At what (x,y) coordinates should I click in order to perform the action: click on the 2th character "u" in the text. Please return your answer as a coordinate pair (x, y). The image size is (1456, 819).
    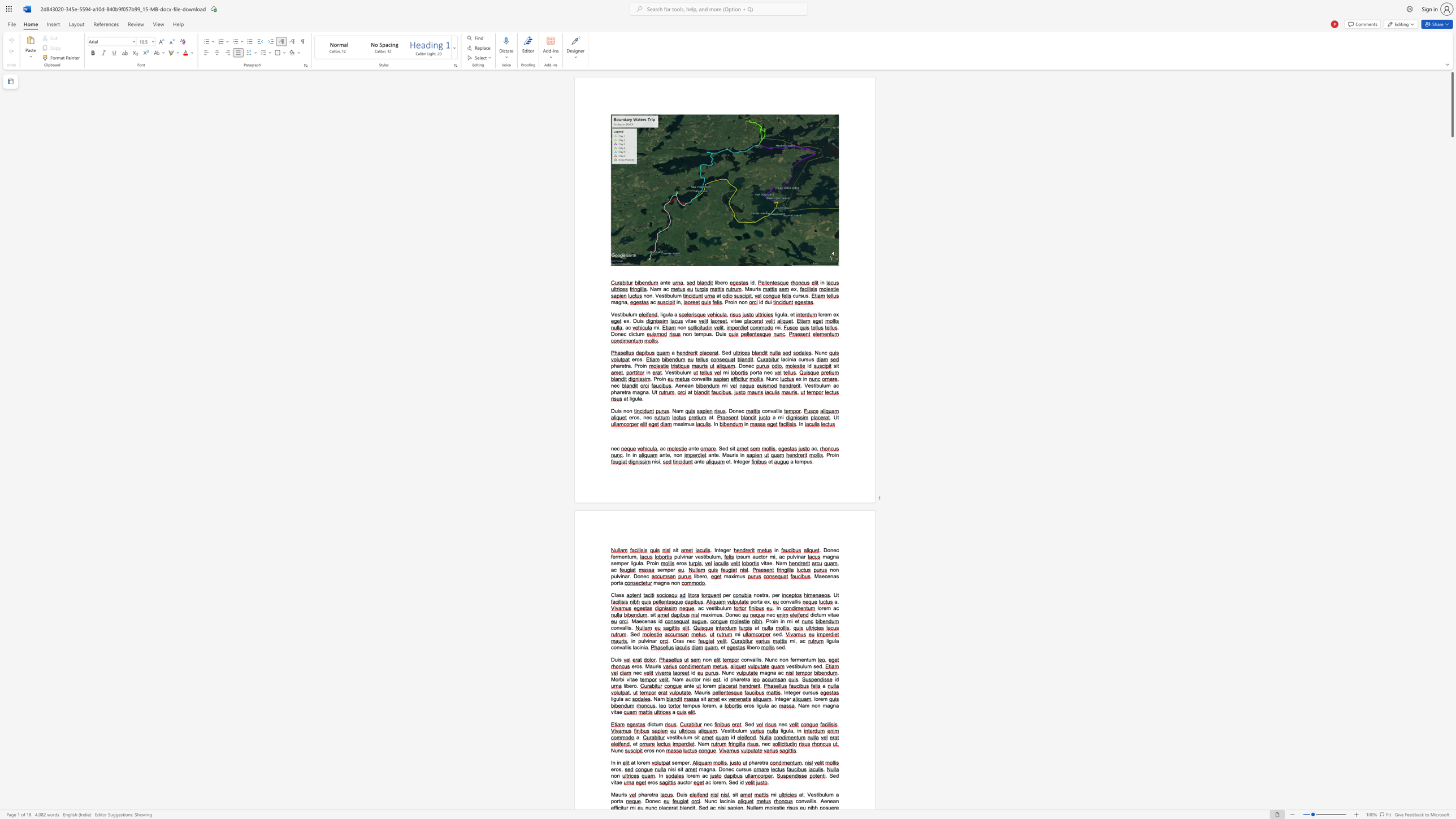
    Looking at the image, I should click on (827, 794).